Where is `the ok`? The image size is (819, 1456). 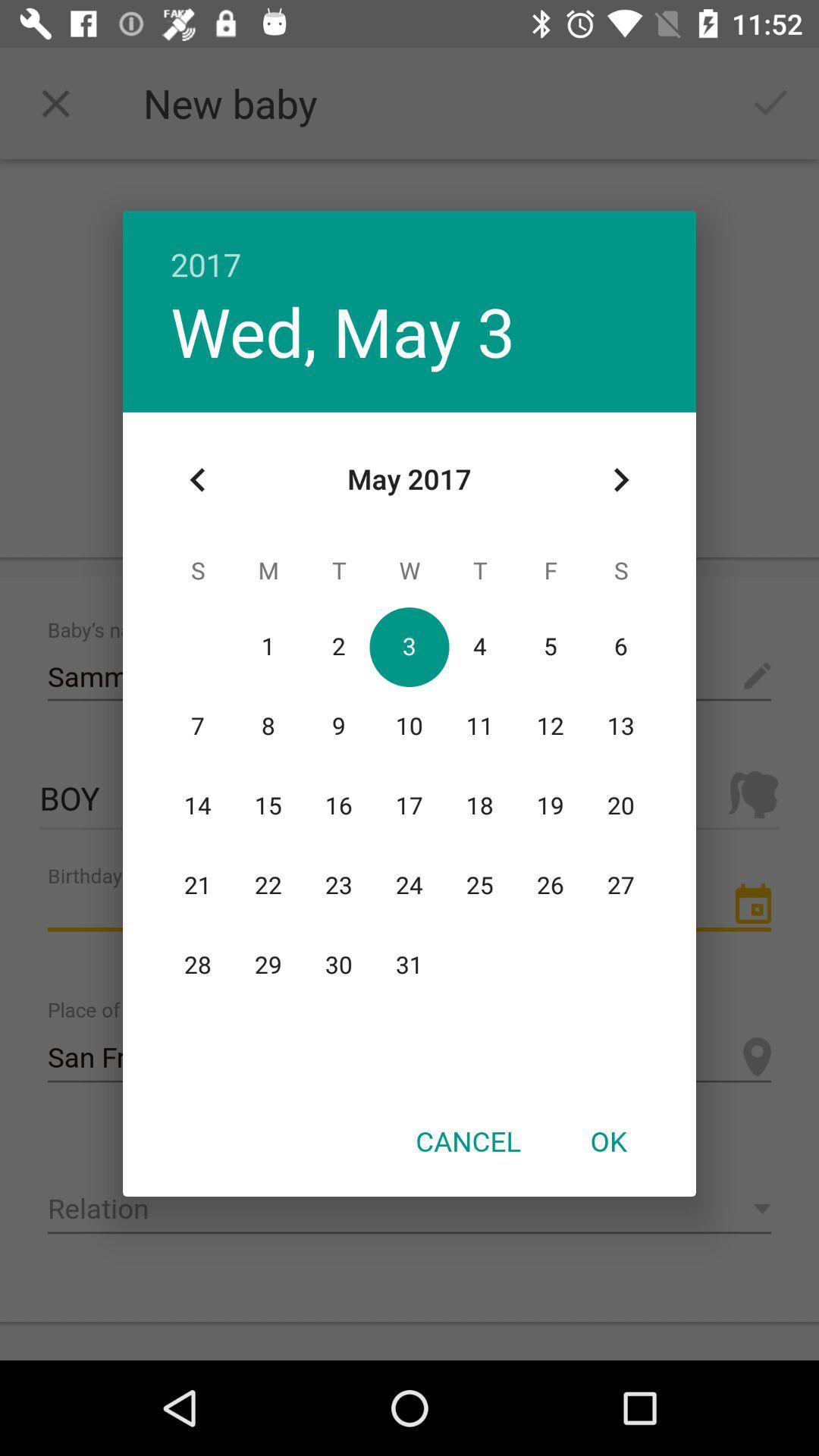 the ok is located at coordinates (607, 1141).